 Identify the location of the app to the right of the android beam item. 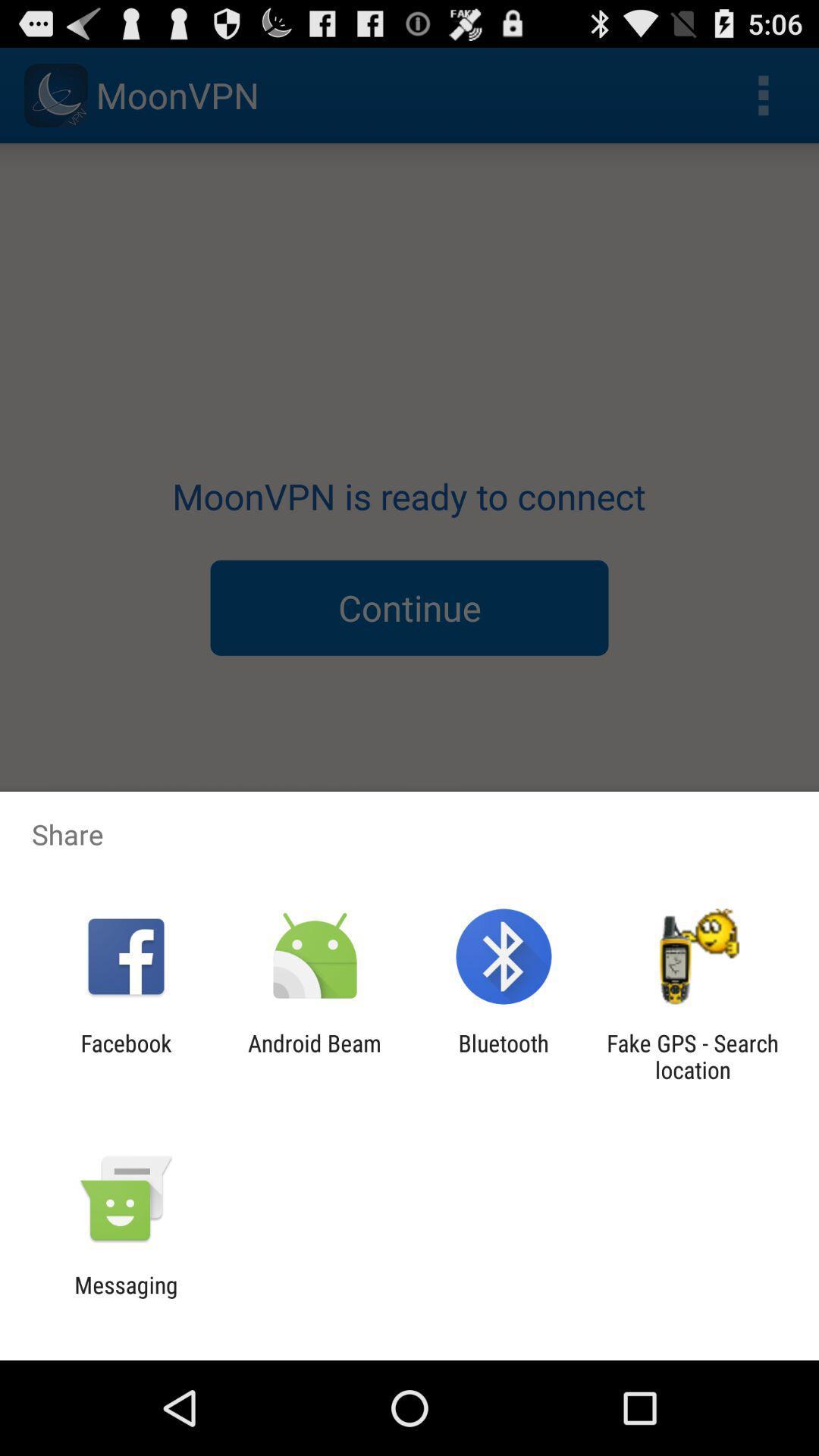
(504, 1056).